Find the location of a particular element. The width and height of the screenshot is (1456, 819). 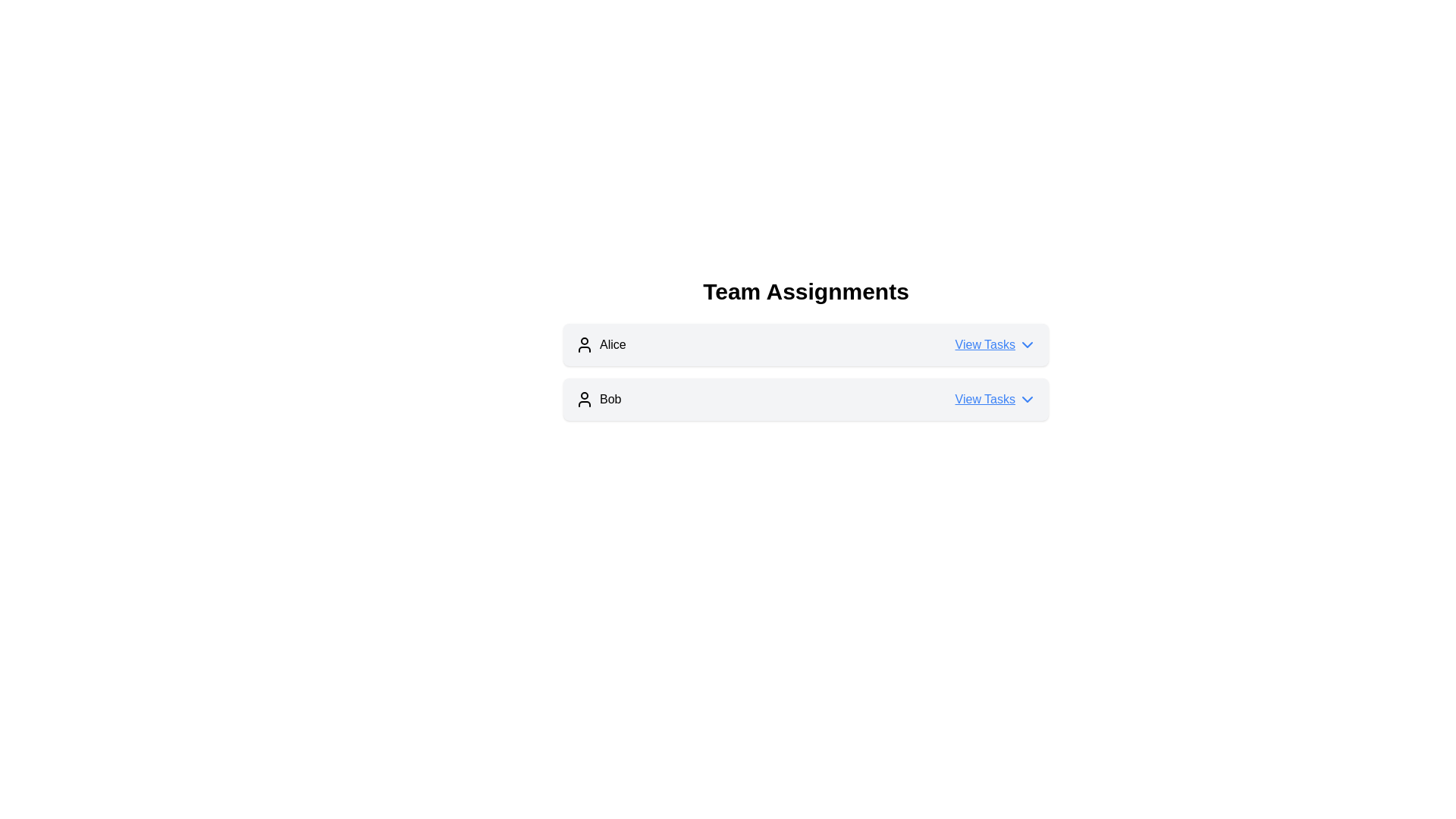

the user name text label located in the second row under 'Team Assignments', positioned is located at coordinates (610, 399).